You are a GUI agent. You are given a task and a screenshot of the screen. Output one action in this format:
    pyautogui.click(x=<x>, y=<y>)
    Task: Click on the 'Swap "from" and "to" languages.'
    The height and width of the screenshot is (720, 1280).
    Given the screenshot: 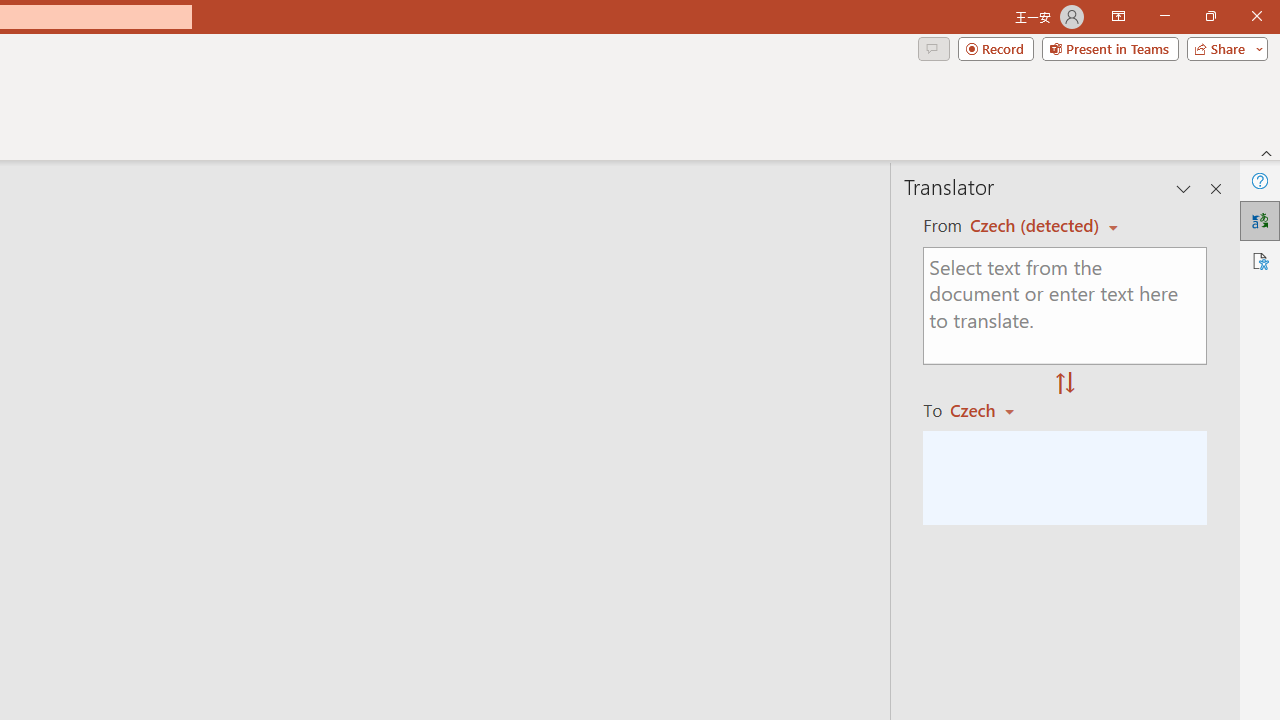 What is the action you would take?
    pyautogui.click(x=1064, y=384)
    